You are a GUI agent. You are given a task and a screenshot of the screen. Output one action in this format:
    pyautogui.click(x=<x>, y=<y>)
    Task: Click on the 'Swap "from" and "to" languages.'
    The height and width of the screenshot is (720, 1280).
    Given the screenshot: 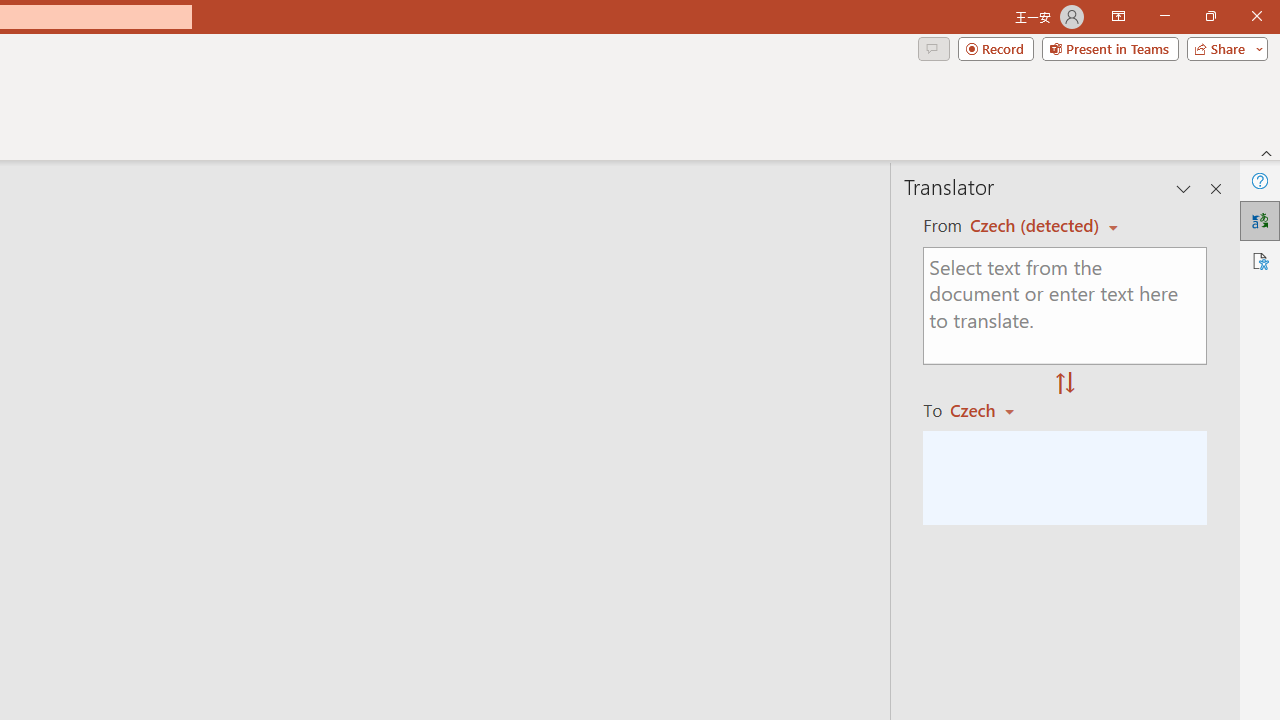 What is the action you would take?
    pyautogui.click(x=1064, y=384)
    